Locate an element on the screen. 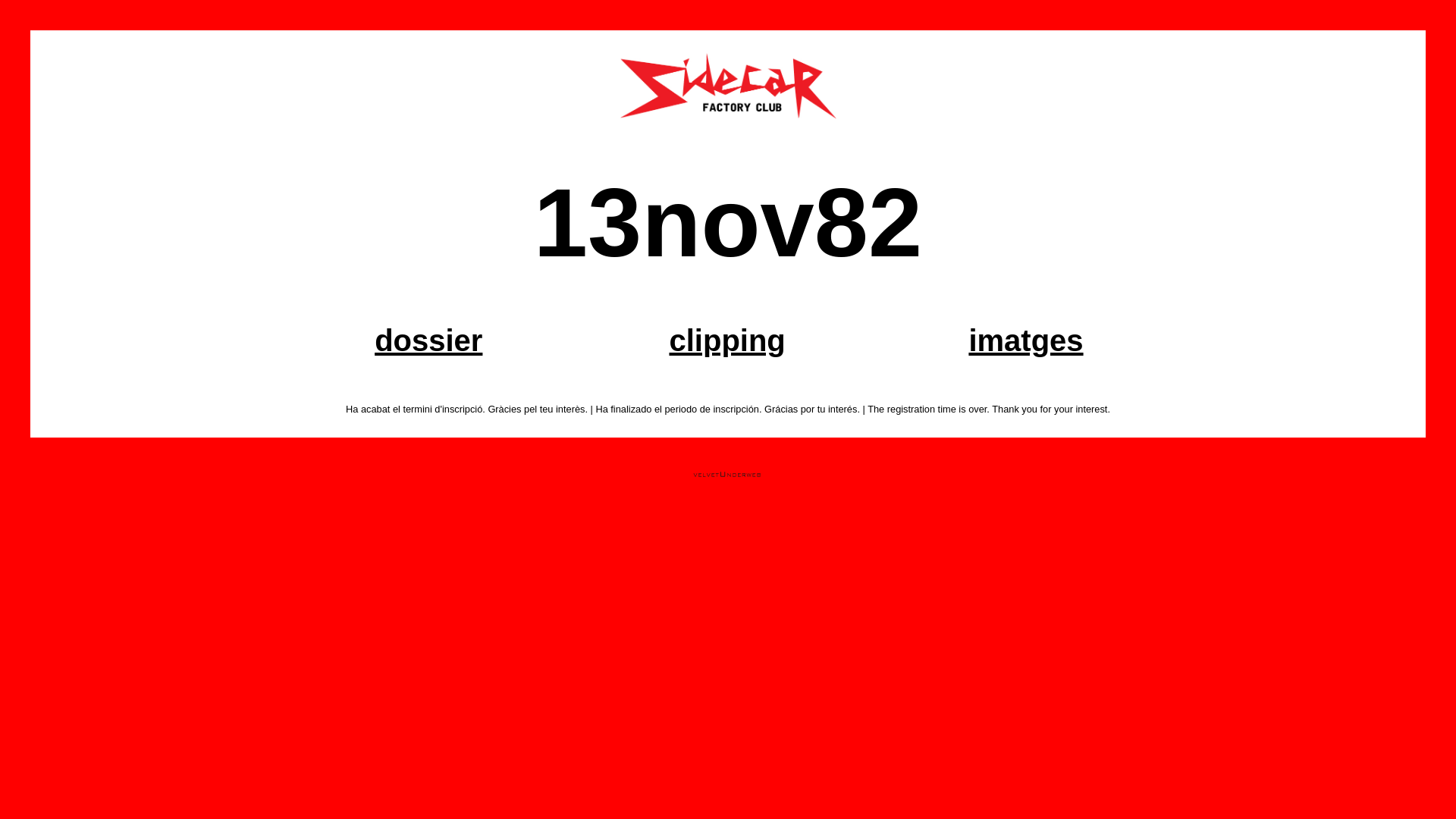 The height and width of the screenshot is (819, 1456). 'dossier' is located at coordinates (428, 339).